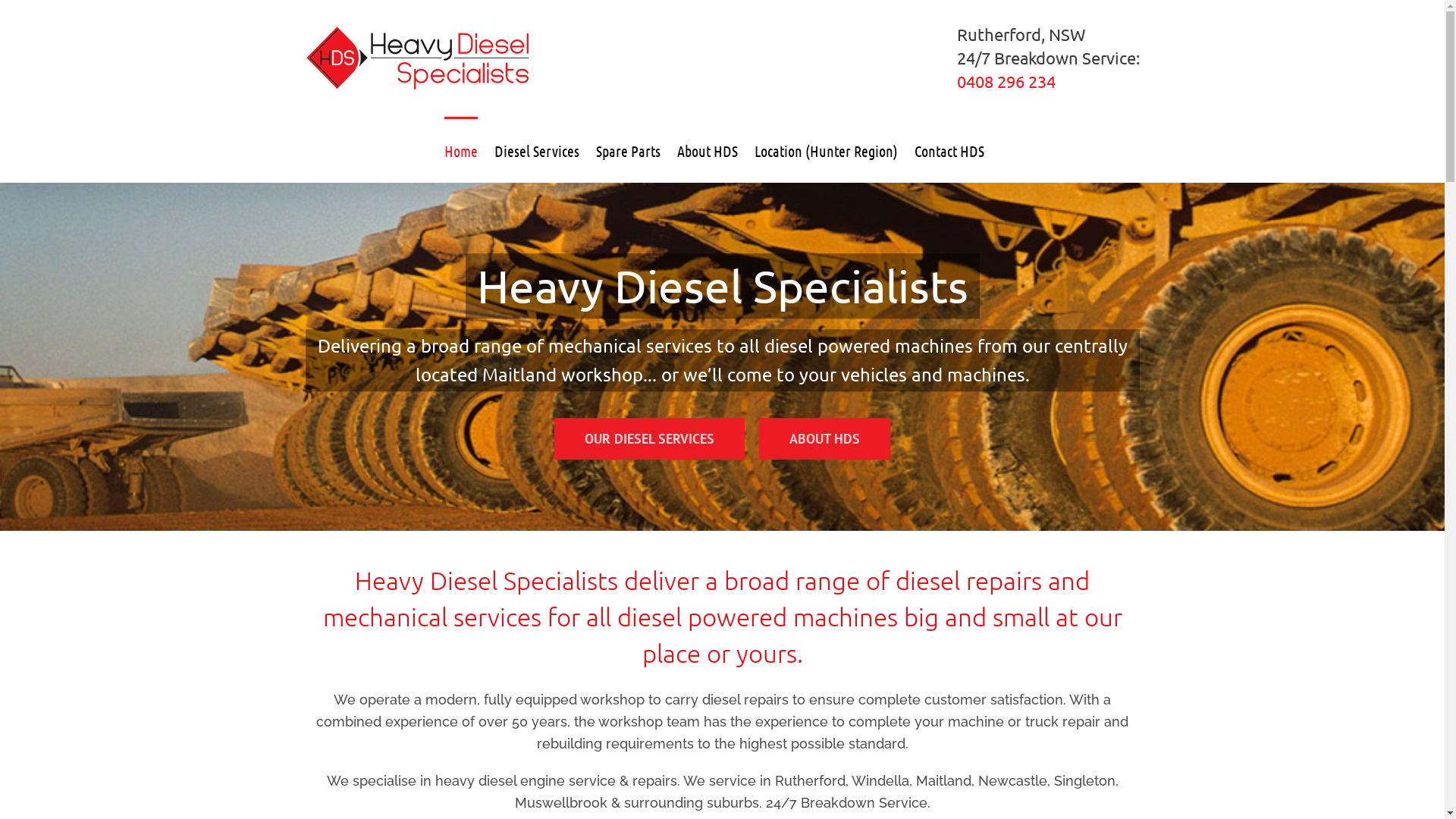 This screenshot has height=819, width=1456. I want to click on 'Contact HDS', so click(949, 149).